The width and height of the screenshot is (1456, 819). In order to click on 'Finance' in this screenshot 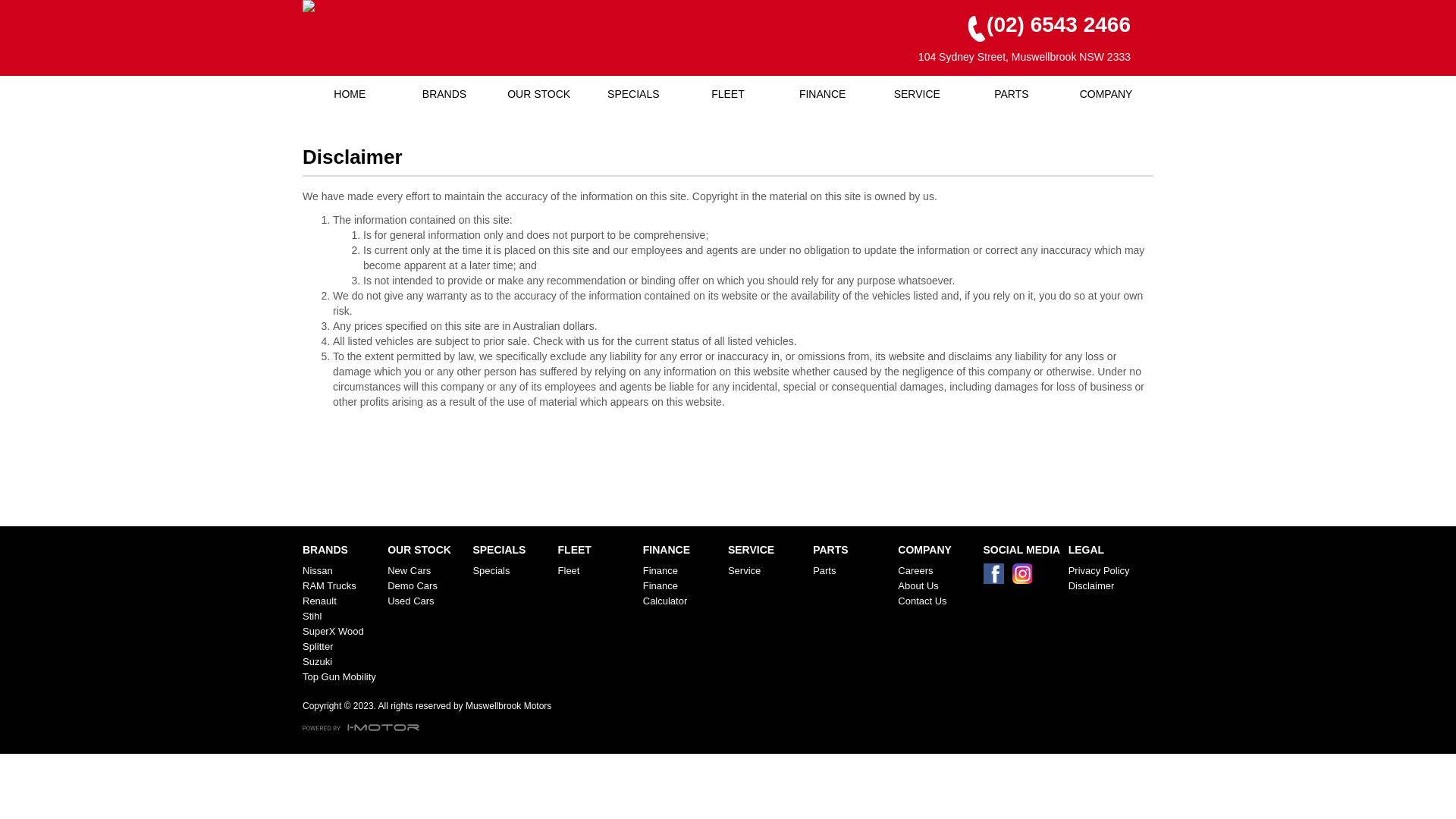, I will do `click(682, 570)`.